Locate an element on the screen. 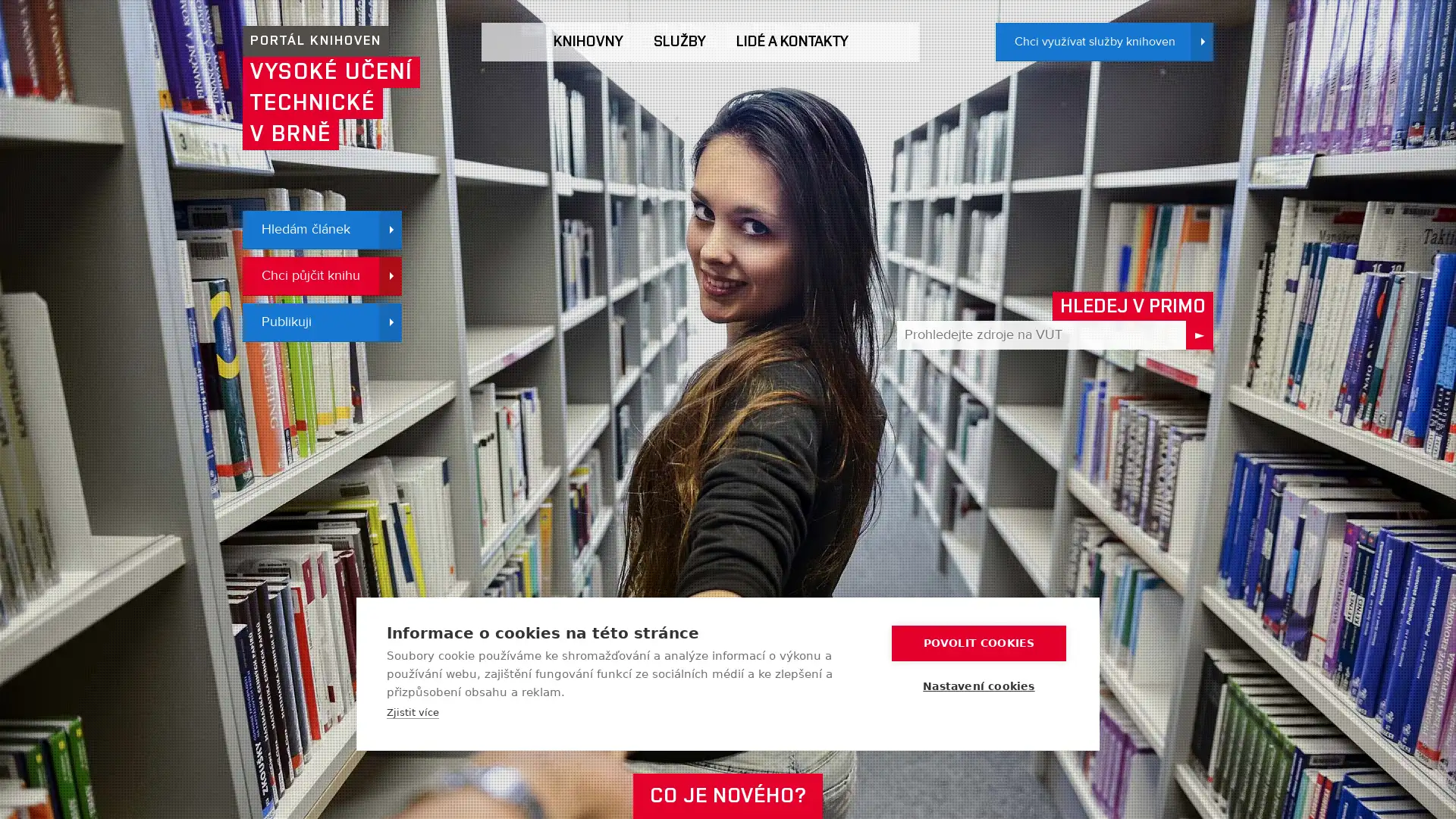  POVOLIT COOKIES is located at coordinates (979, 643).